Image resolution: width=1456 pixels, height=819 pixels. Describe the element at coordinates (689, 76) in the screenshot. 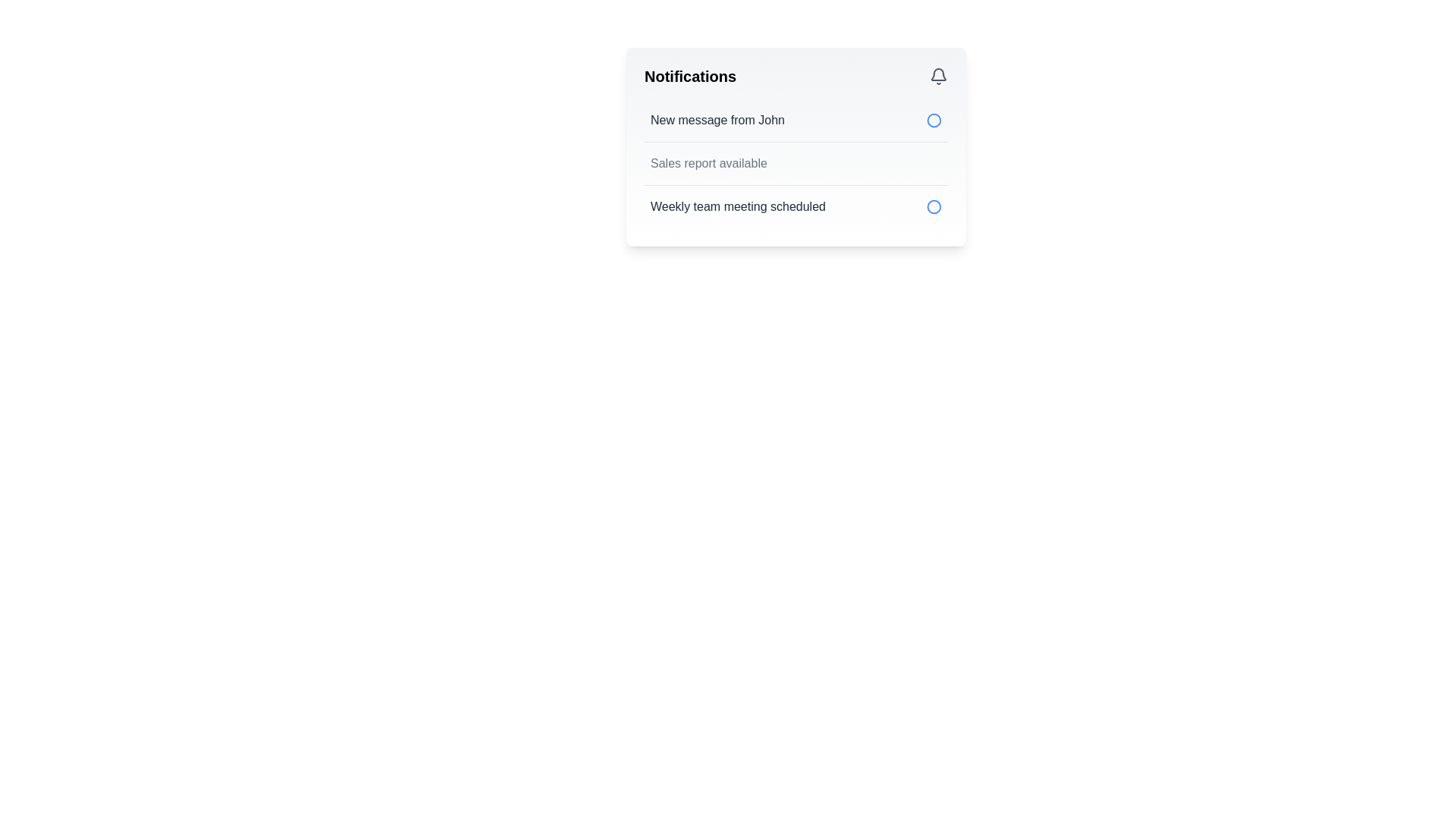

I see `the text label at the top-left corner of the notification panel, which indicates the purpose of the panel` at that location.